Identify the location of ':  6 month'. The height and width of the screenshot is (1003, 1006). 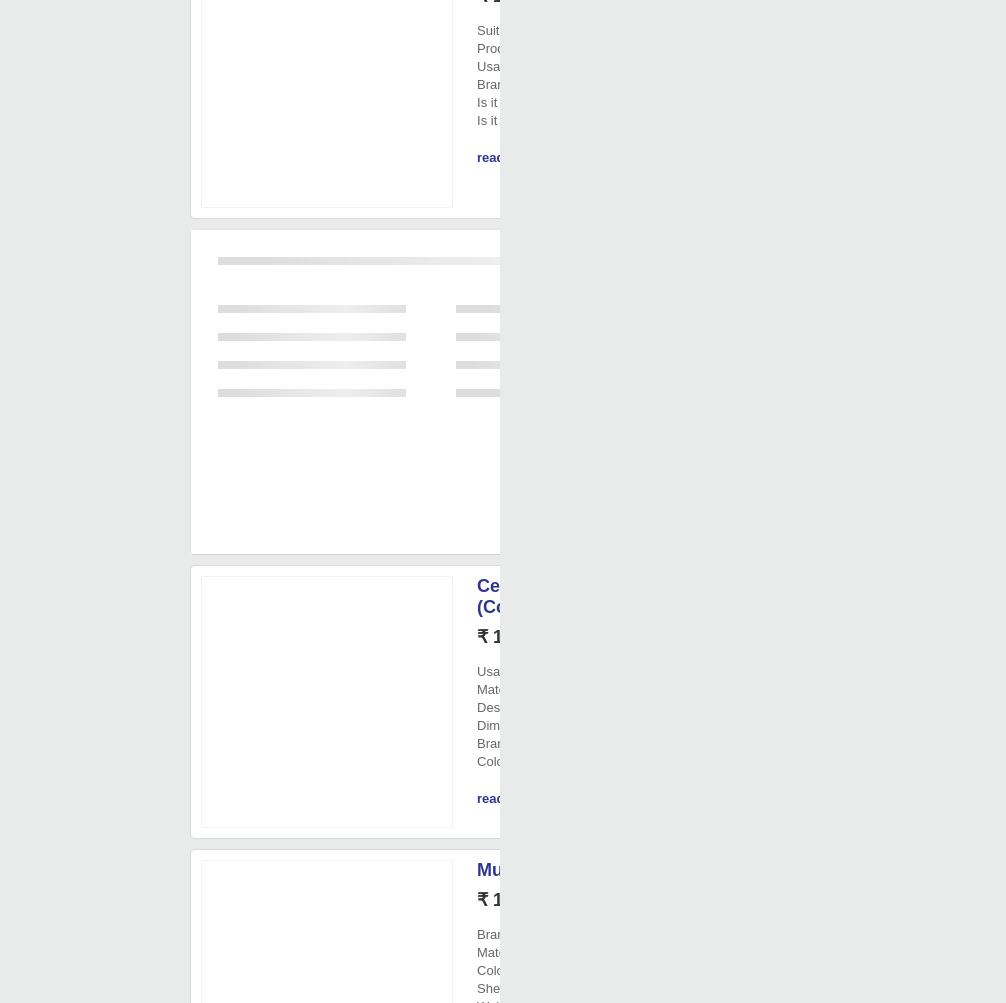
(558, 987).